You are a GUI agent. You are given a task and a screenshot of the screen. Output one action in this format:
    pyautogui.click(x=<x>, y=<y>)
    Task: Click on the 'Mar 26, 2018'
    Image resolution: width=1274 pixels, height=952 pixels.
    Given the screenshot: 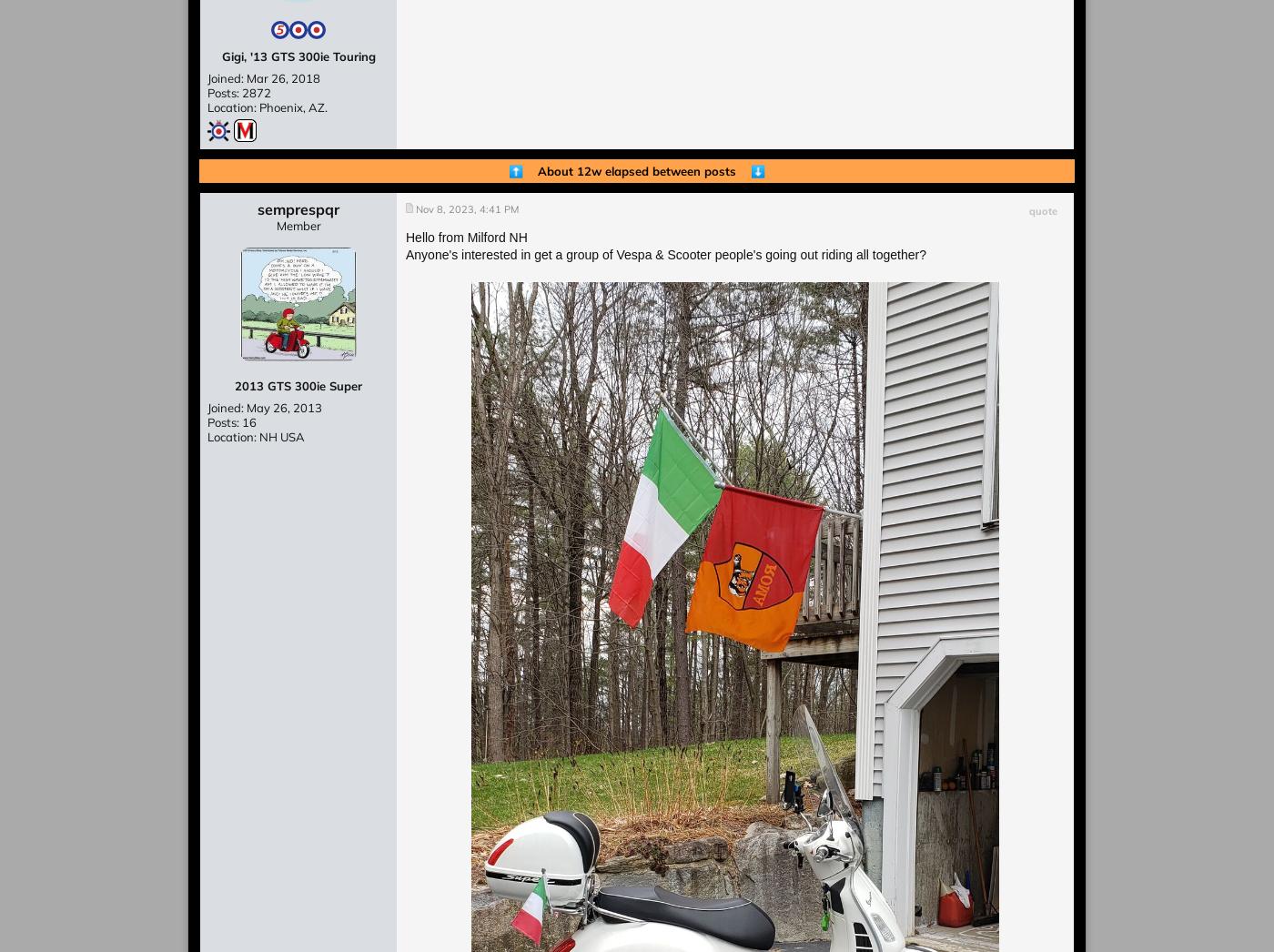 What is the action you would take?
    pyautogui.click(x=283, y=77)
    